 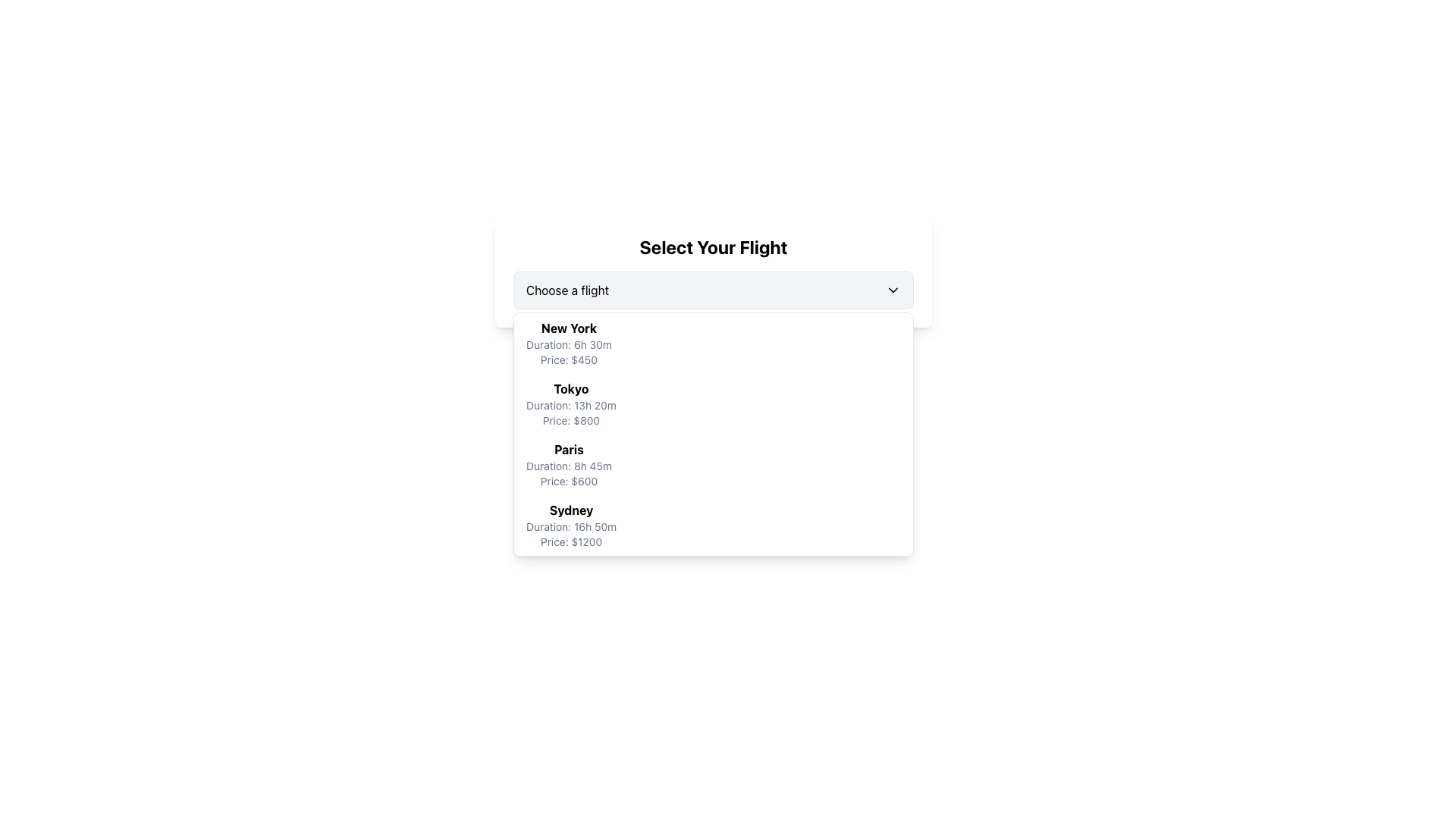 What do you see at coordinates (570, 403) in the screenshot?
I see `the flight information list item for Tokyo` at bounding box center [570, 403].